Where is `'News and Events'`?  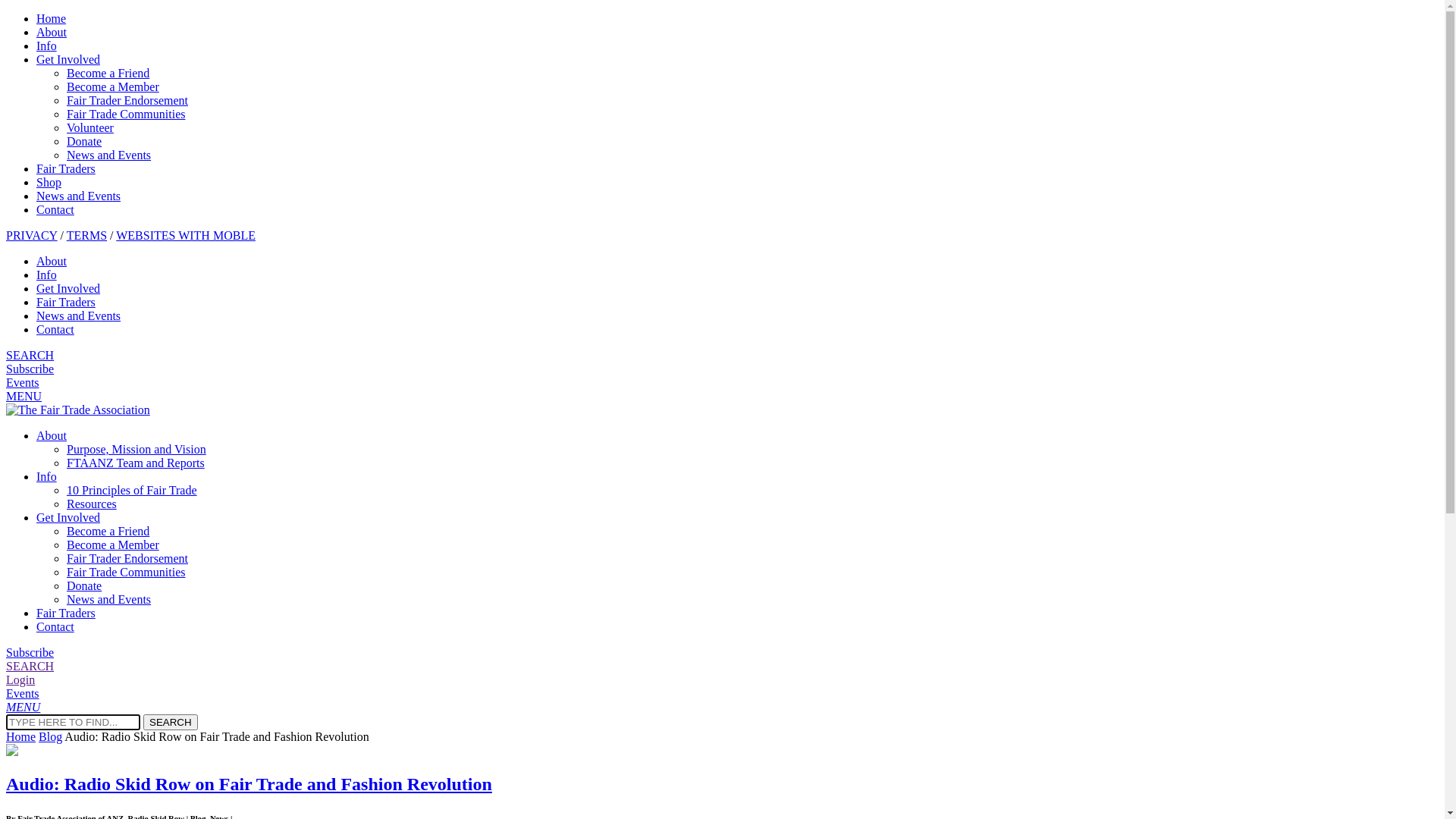 'News and Events' is located at coordinates (36, 315).